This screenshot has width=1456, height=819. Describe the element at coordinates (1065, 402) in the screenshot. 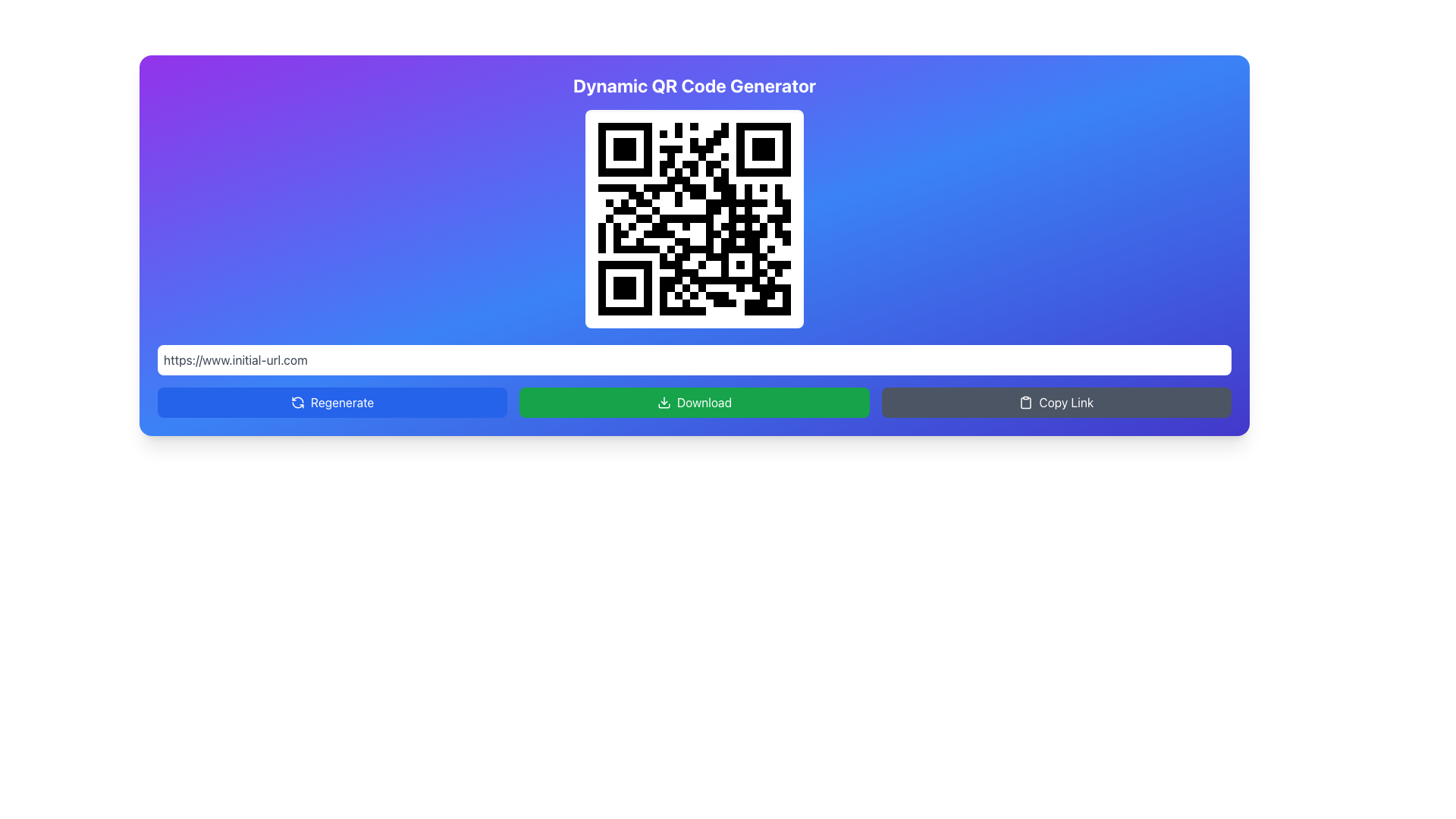

I see `the button containing the 'Copy Link' text label, styled in white over a dark gray background, located at the bottom-right corner of the interface` at that location.